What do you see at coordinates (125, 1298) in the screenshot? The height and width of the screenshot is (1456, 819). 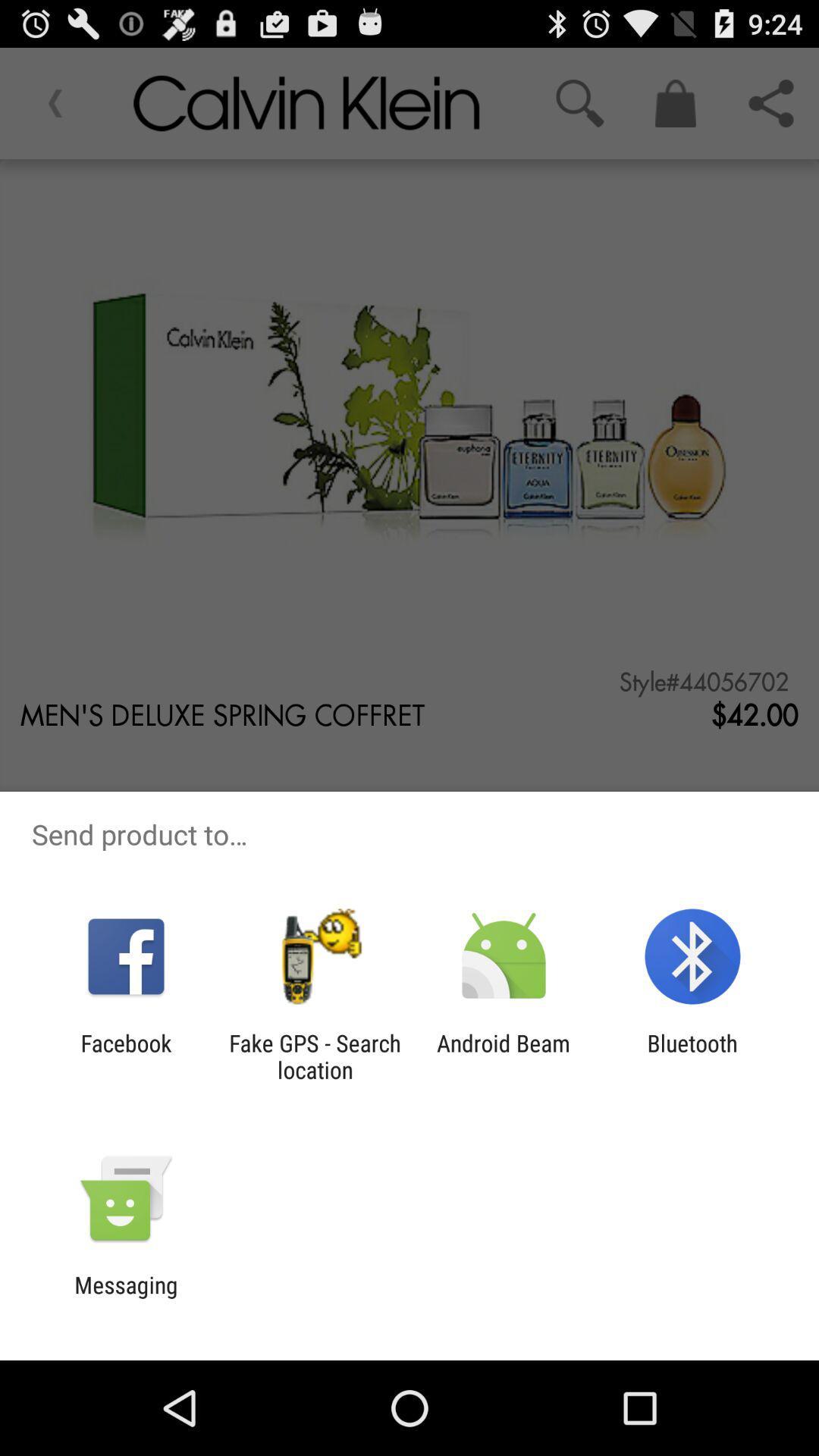 I see `messaging` at bounding box center [125, 1298].